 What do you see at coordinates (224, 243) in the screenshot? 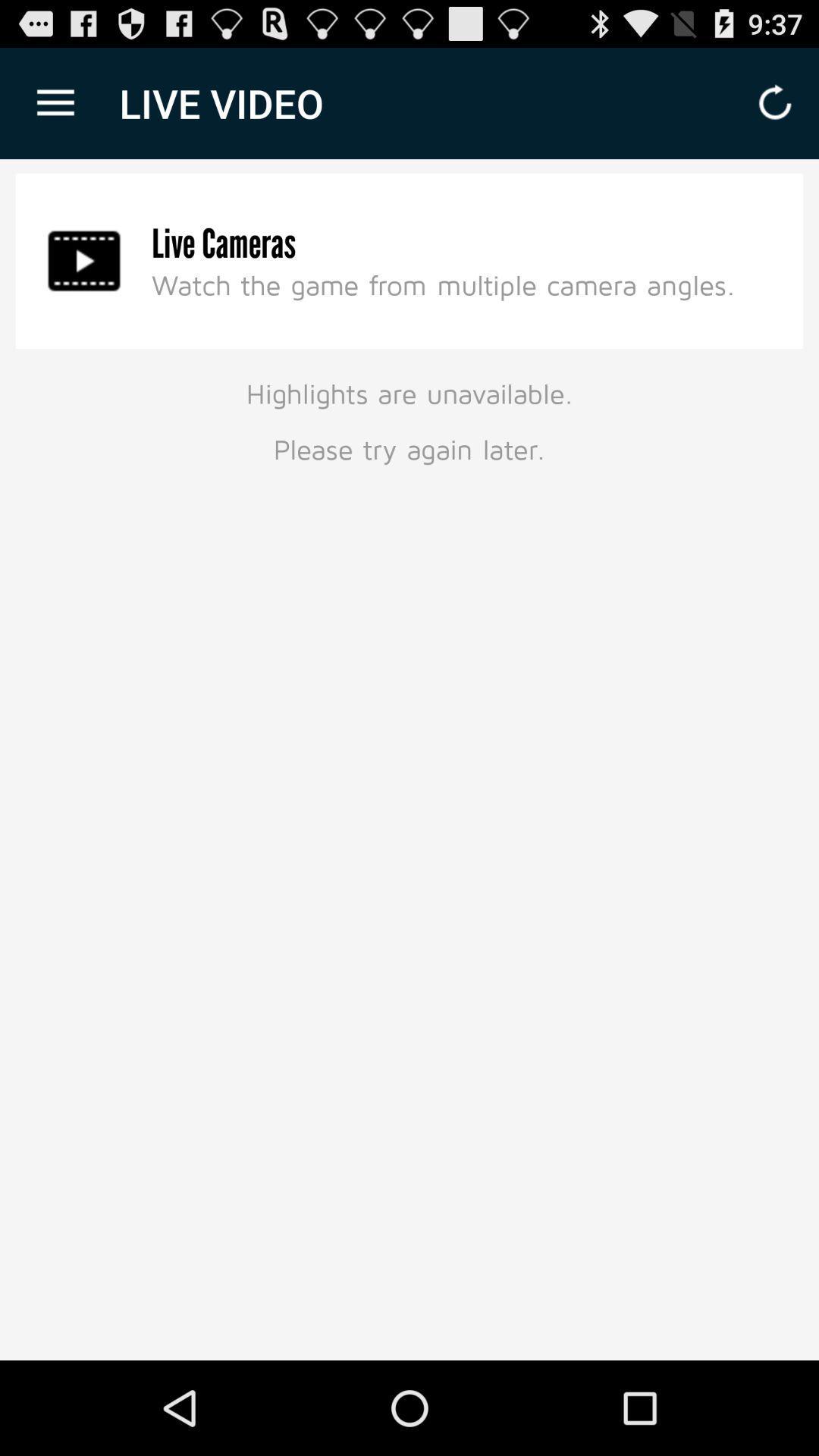
I see `the item below the live video icon` at bounding box center [224, 243].